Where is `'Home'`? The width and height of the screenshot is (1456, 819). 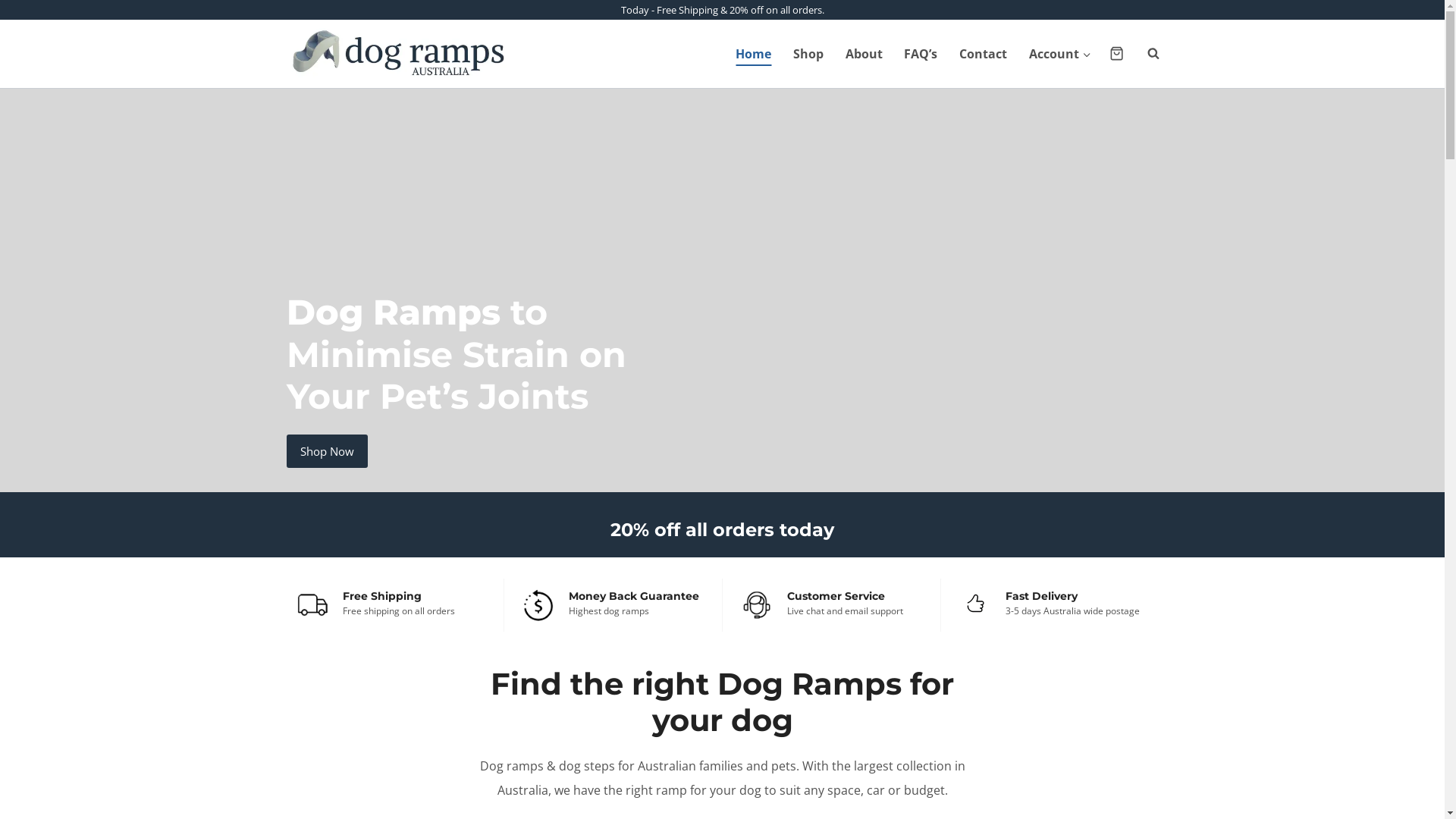 'Home' is located at coordinates (723, 52).